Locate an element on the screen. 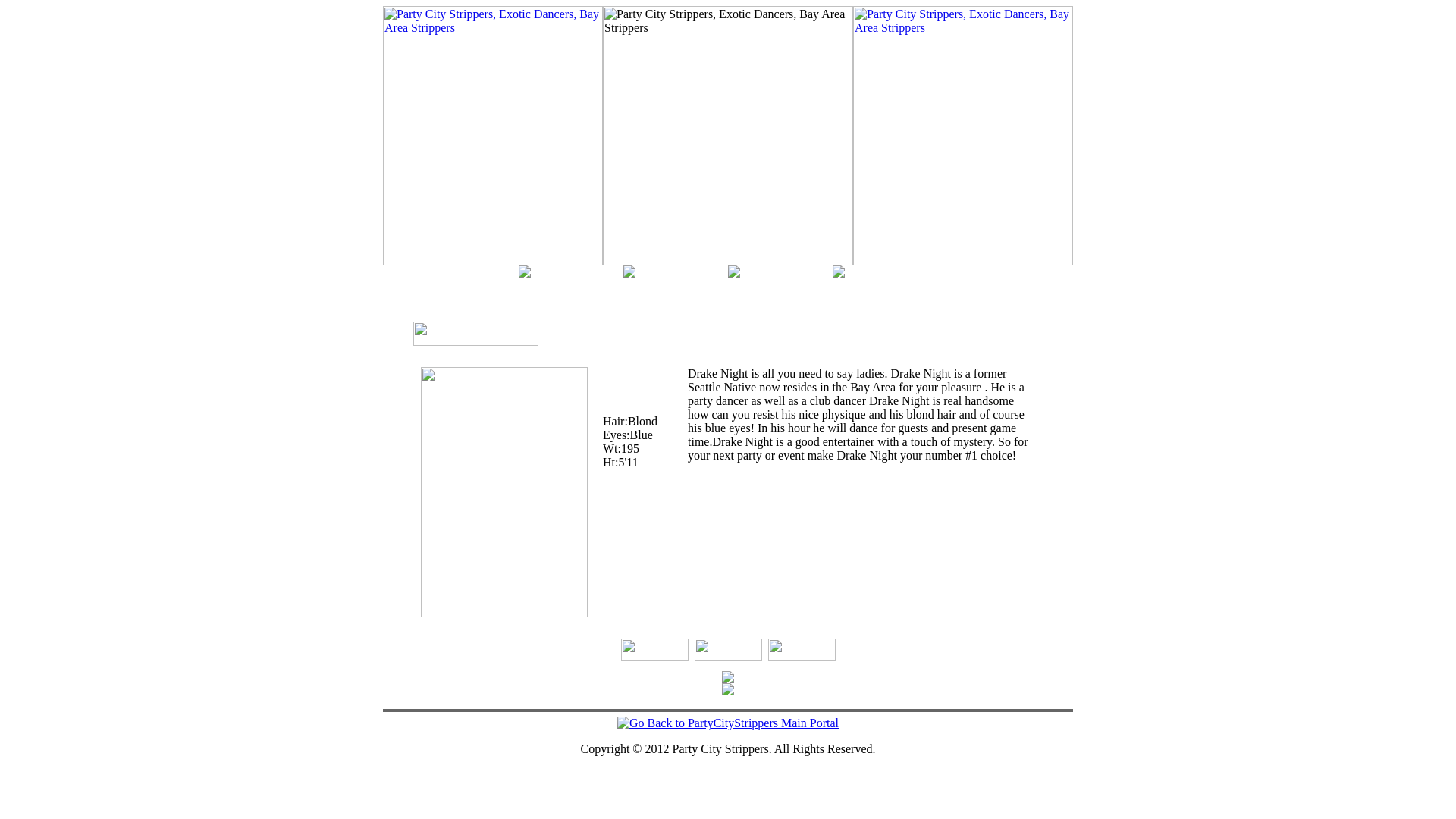 This screenshot has width=1456, height=819. 'Party City Strippers, Exotic Dancers, Bay Area Strippers' is located at coordinates (962, 134).